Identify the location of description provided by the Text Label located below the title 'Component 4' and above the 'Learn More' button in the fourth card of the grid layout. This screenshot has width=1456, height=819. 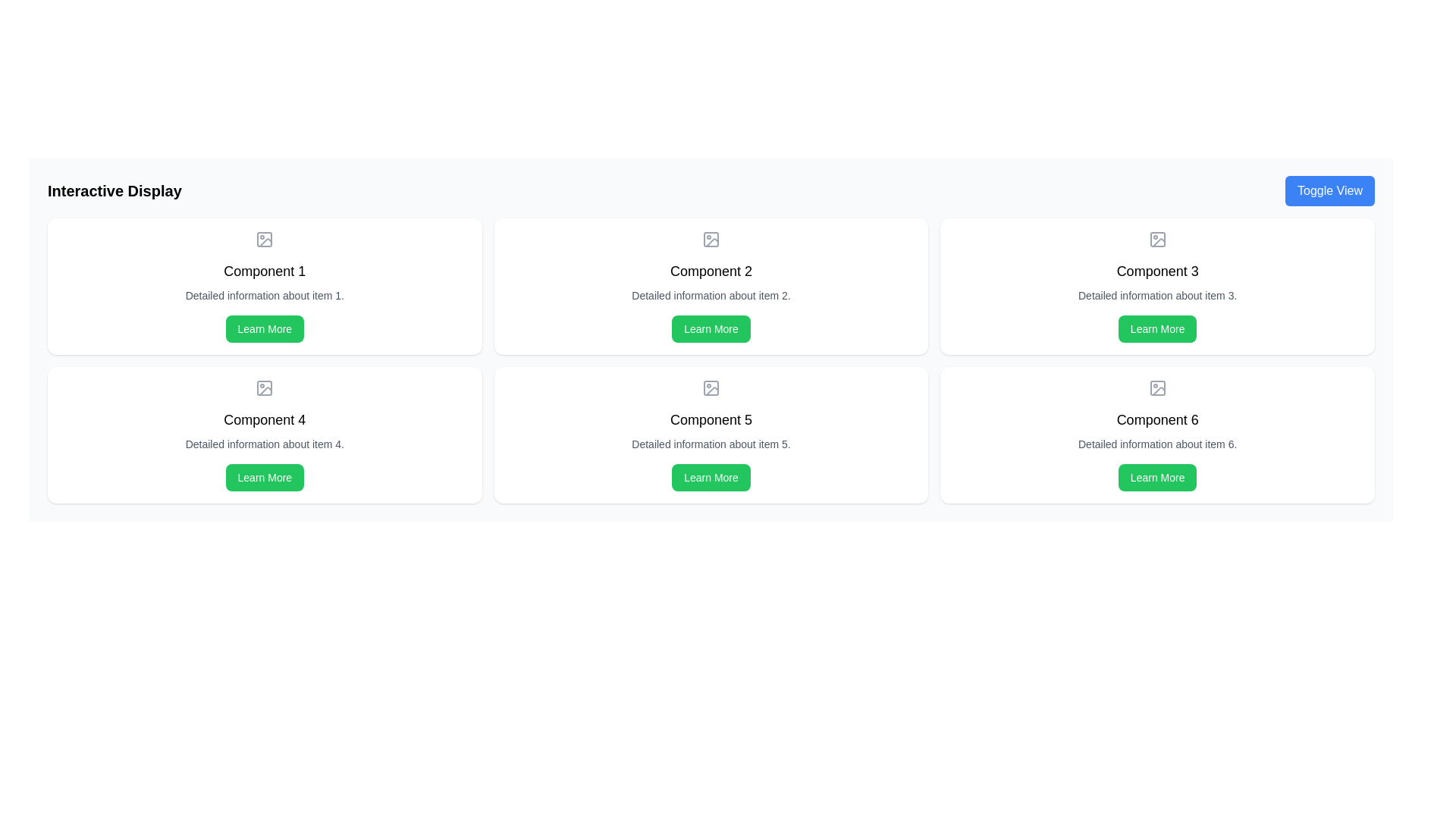
(265, 444).